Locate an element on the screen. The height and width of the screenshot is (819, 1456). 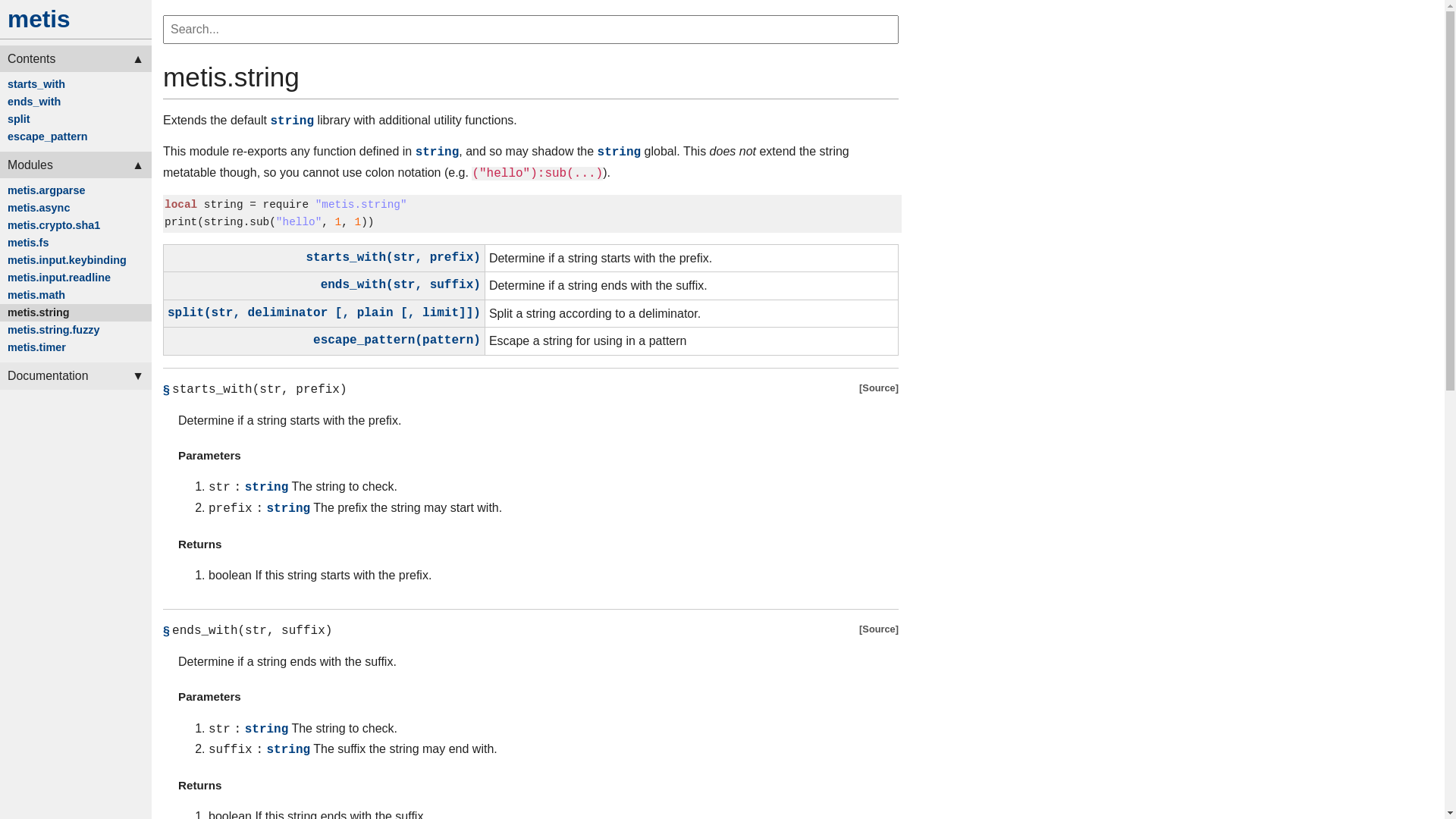
'starts_with(str, prefix)' is located at coordinates (393, 256).